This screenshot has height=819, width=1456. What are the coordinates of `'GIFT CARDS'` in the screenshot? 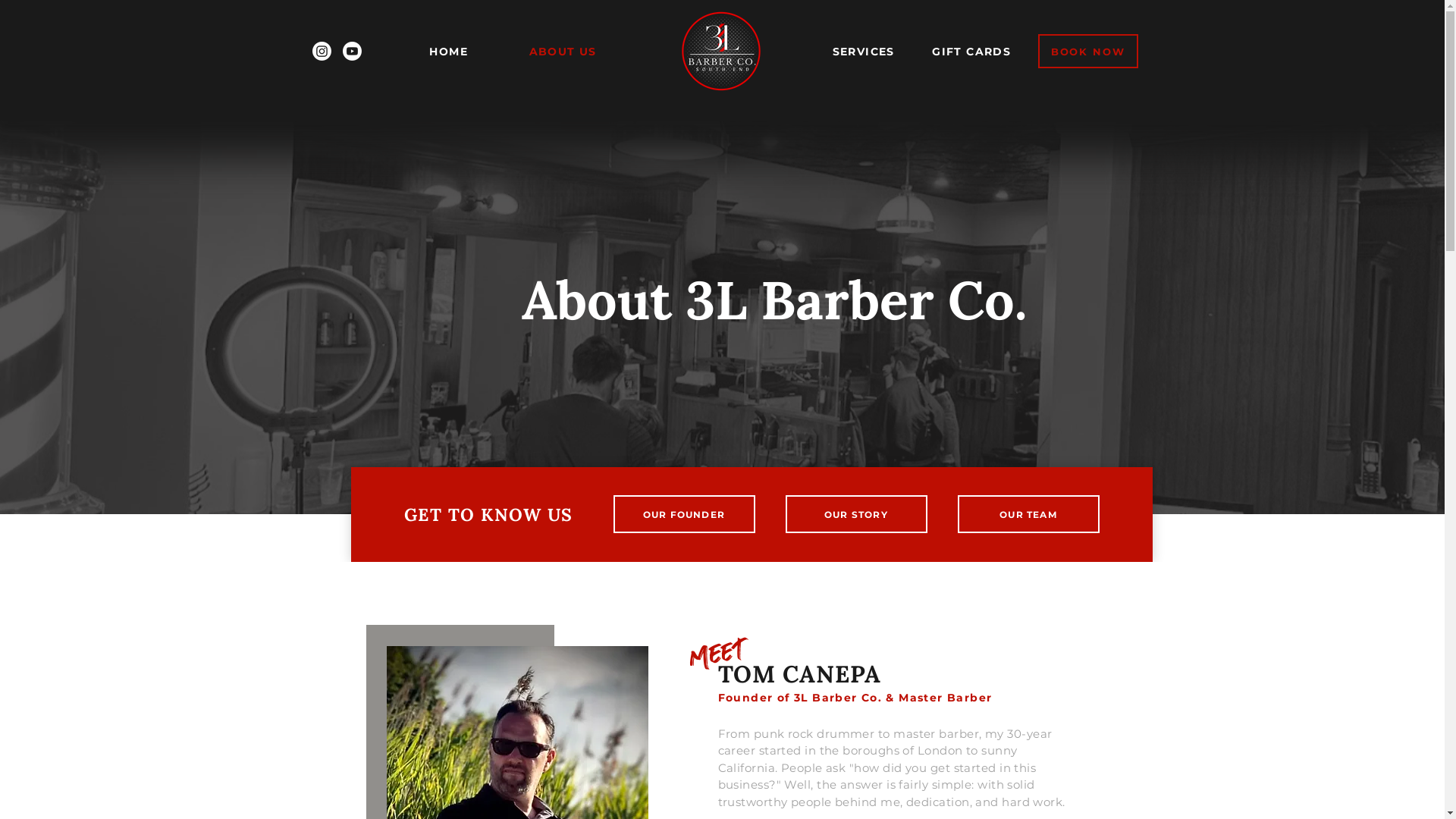 It's located at (971, 51).